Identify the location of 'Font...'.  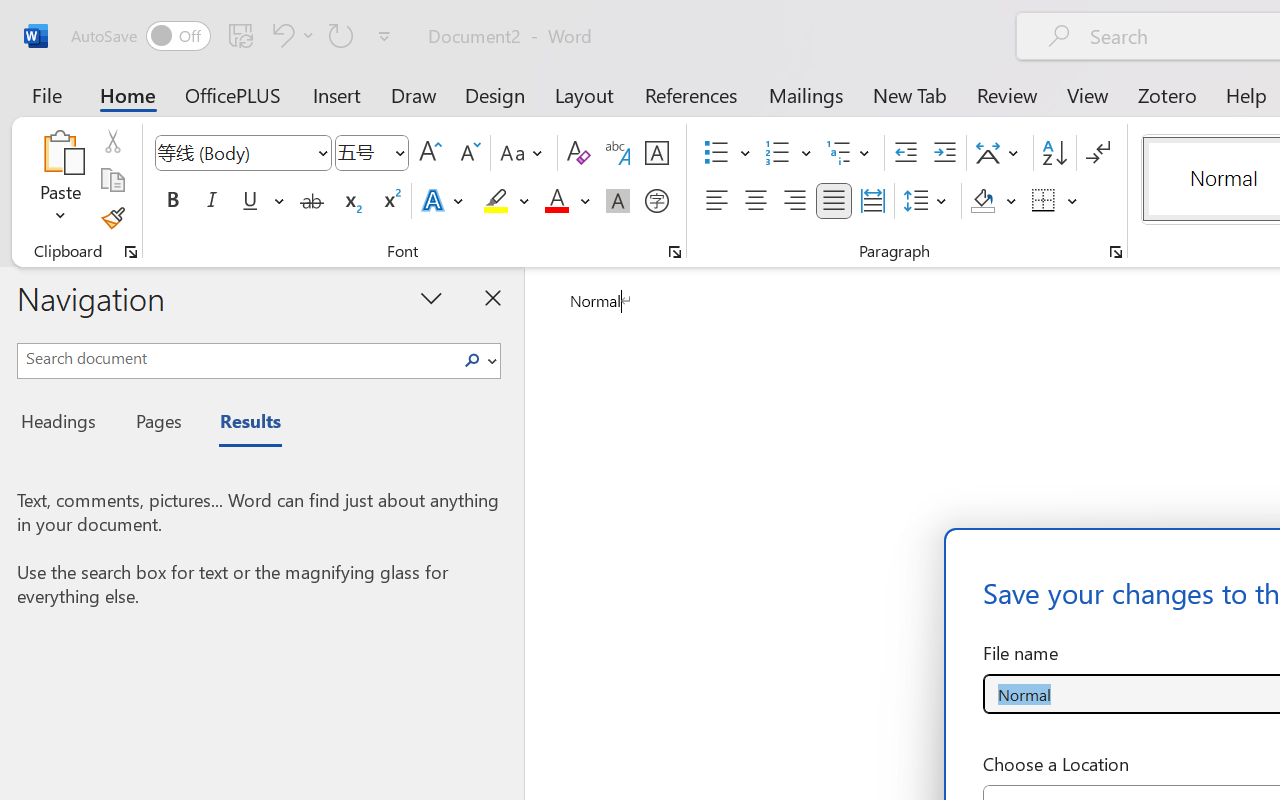
(675, 251).